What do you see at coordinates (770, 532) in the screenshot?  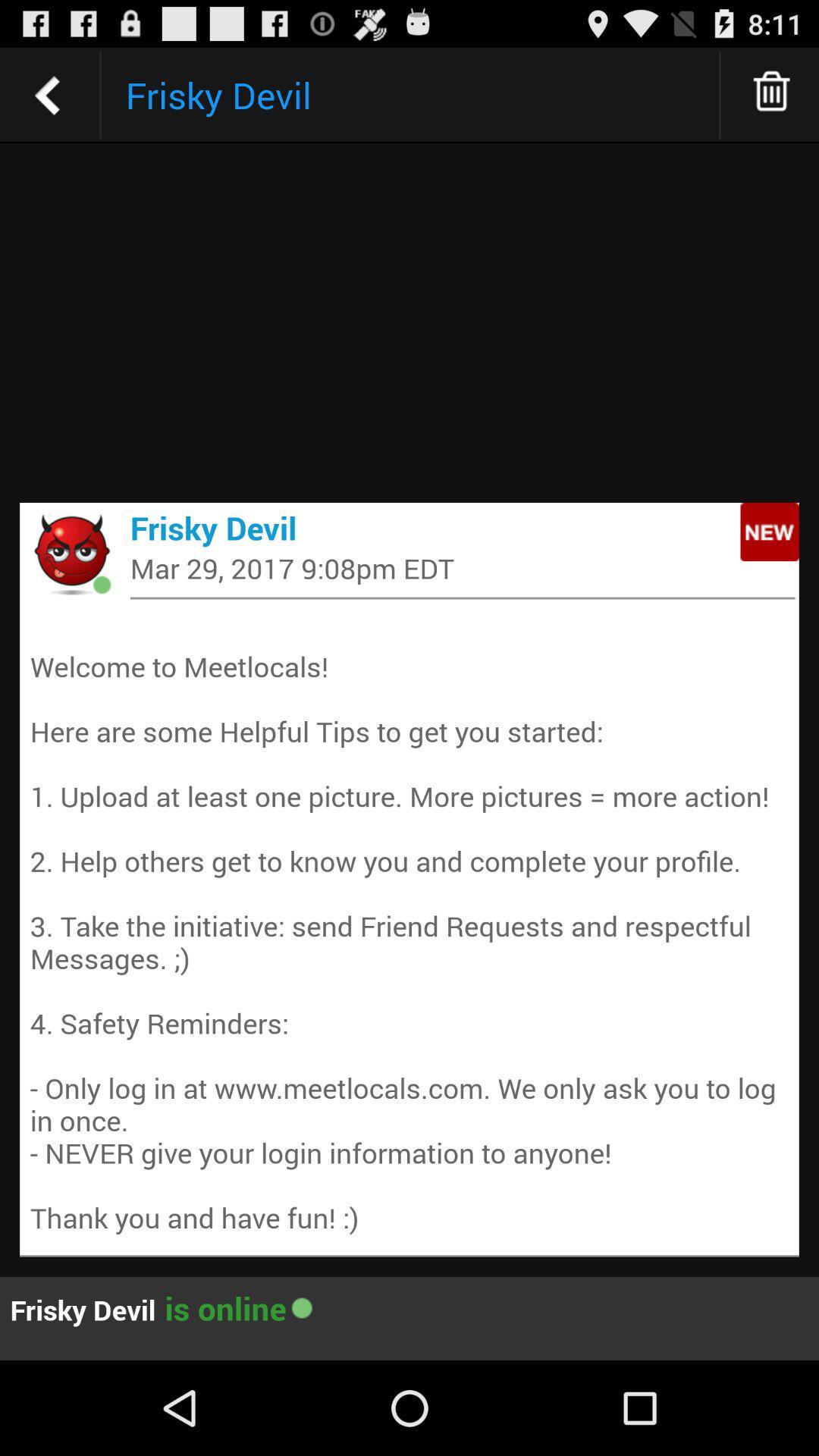 I see `icon on the right` at bounding box center [770, 532].